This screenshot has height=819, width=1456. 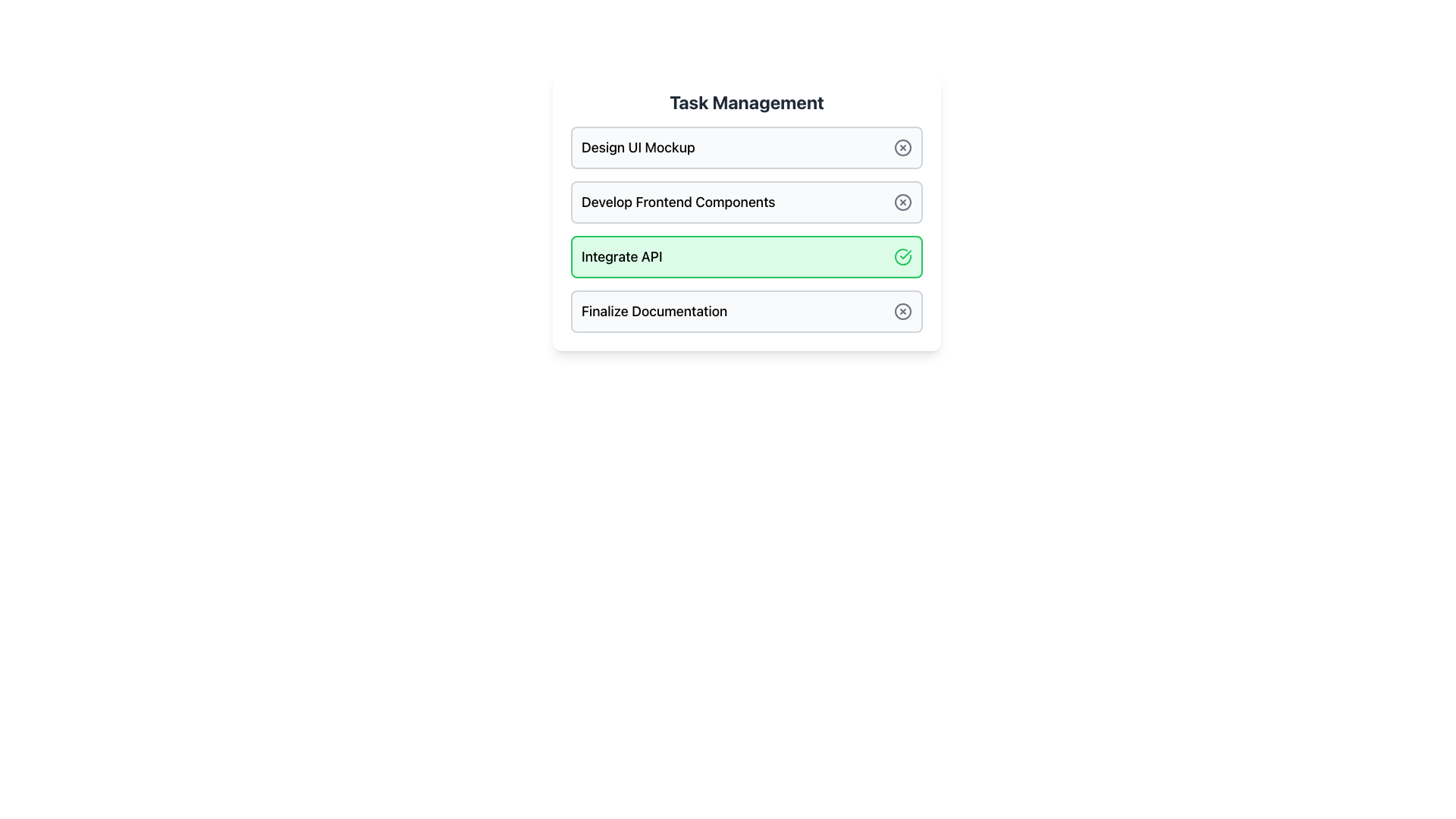 What do you see at coordinates (902, 201) in the screenshot?
I see `the left circular graphical element in the SVG icon of the 'Develop Frontend Components' row within the 'Task Management' section, which indicates that the task state may allow interaction` at bounding box center [902, 201].